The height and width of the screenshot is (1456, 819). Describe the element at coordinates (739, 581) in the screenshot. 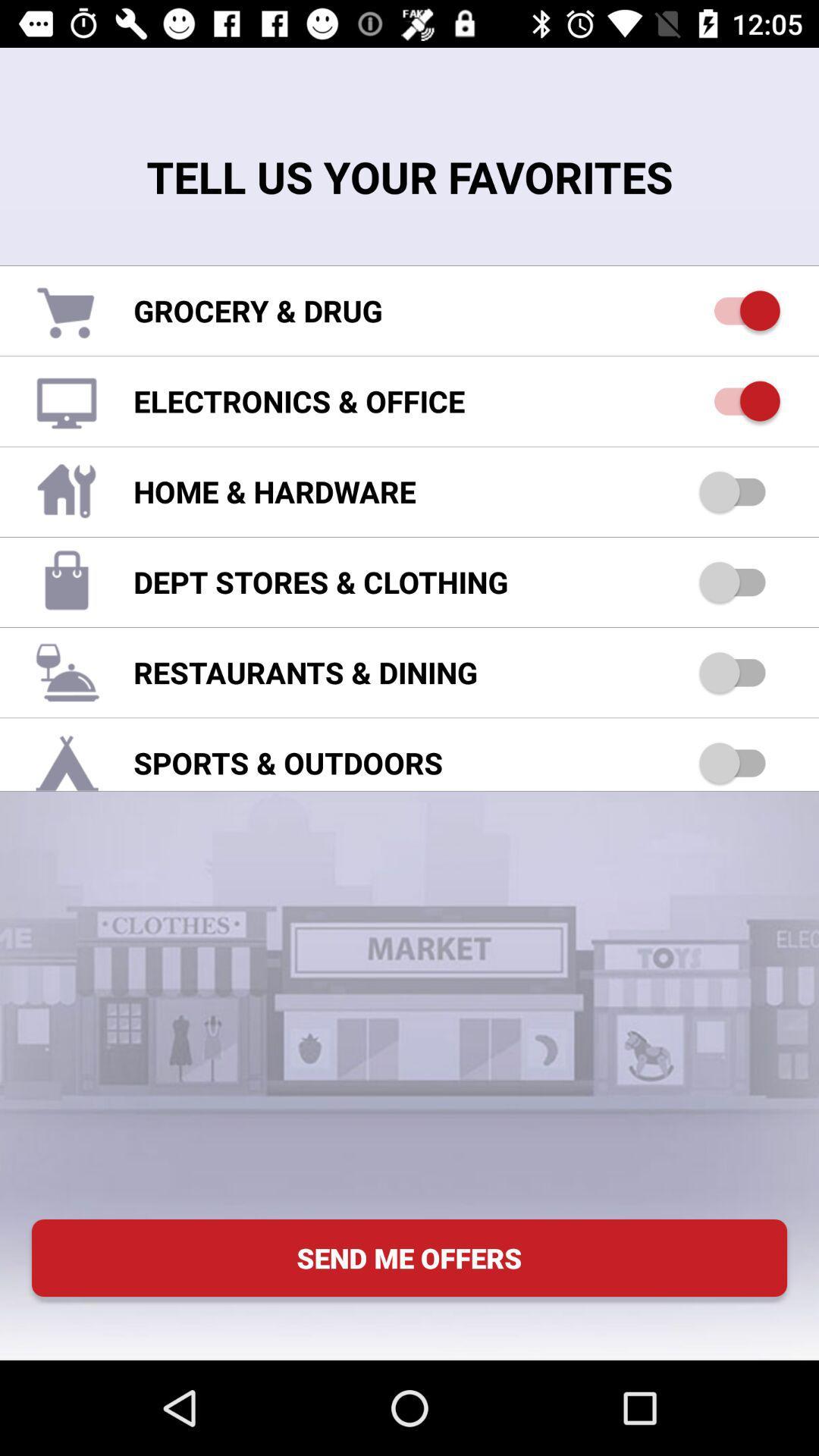

I see `dept stores and clothing options` at that location.